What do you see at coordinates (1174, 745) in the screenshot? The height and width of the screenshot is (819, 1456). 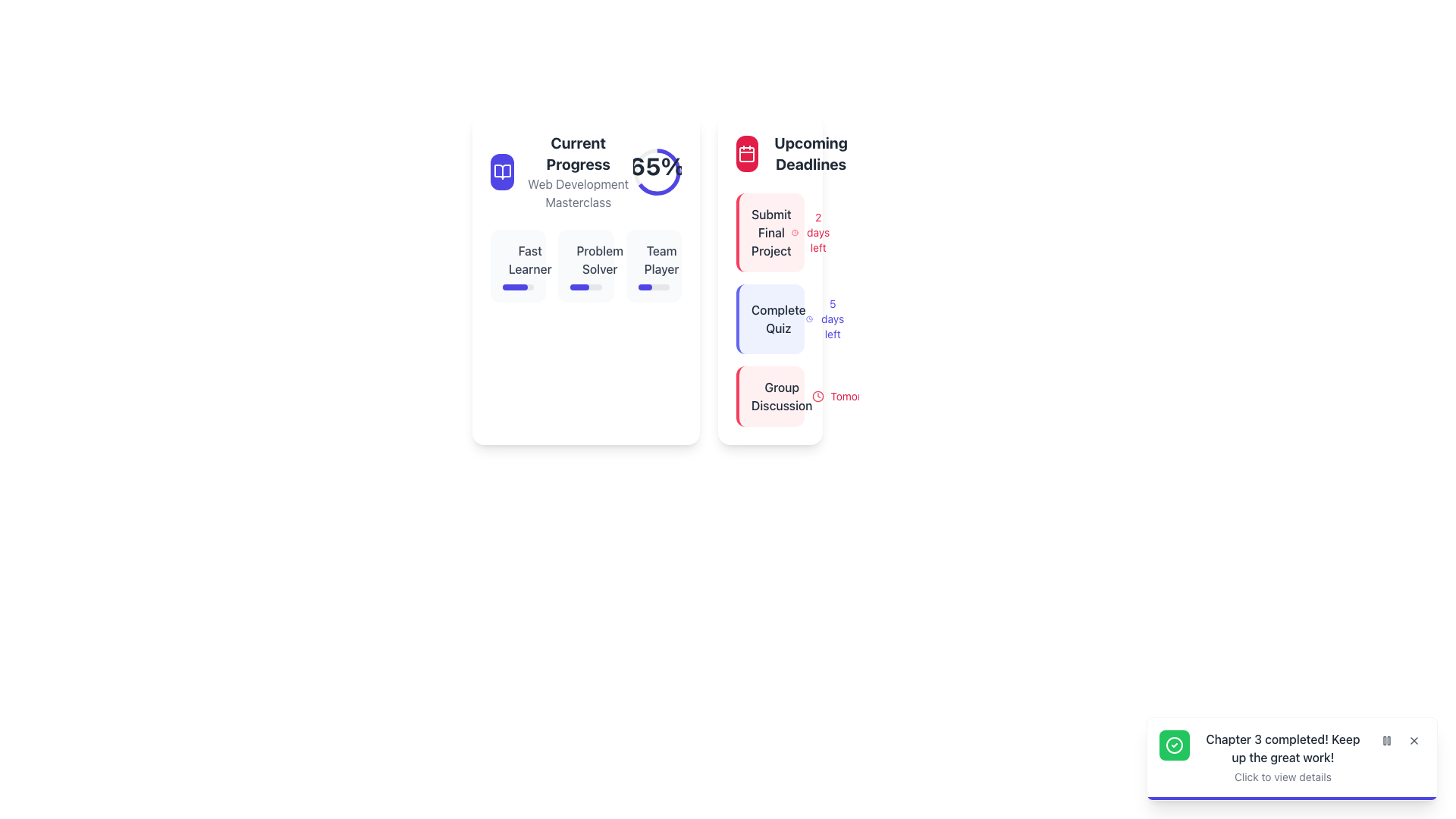 I see `the circular icon with a green background and white checkmark` at bounding box center [1174, 745].